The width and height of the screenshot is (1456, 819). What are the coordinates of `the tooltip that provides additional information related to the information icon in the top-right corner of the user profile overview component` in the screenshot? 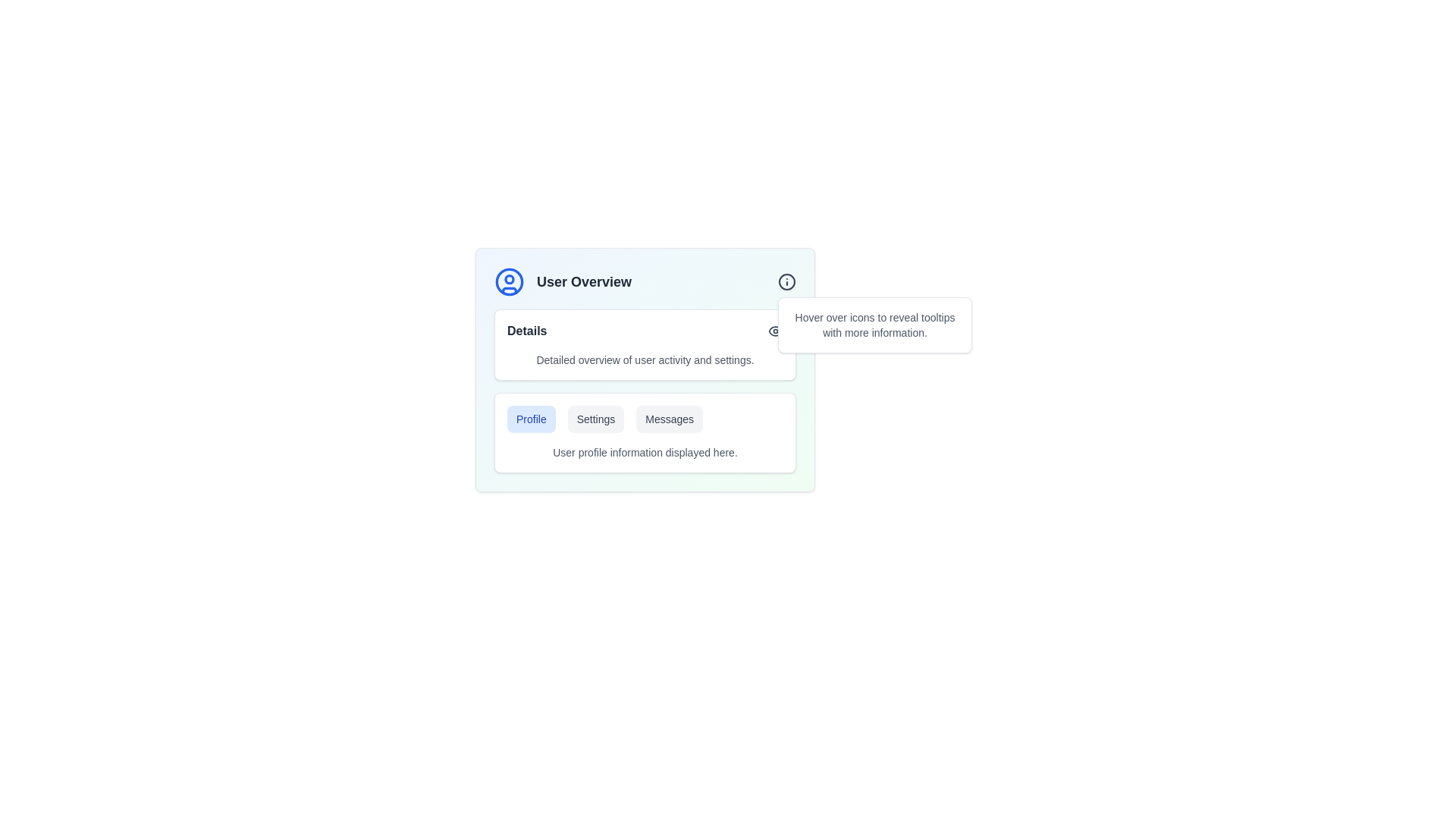 It's located at (874, 324).